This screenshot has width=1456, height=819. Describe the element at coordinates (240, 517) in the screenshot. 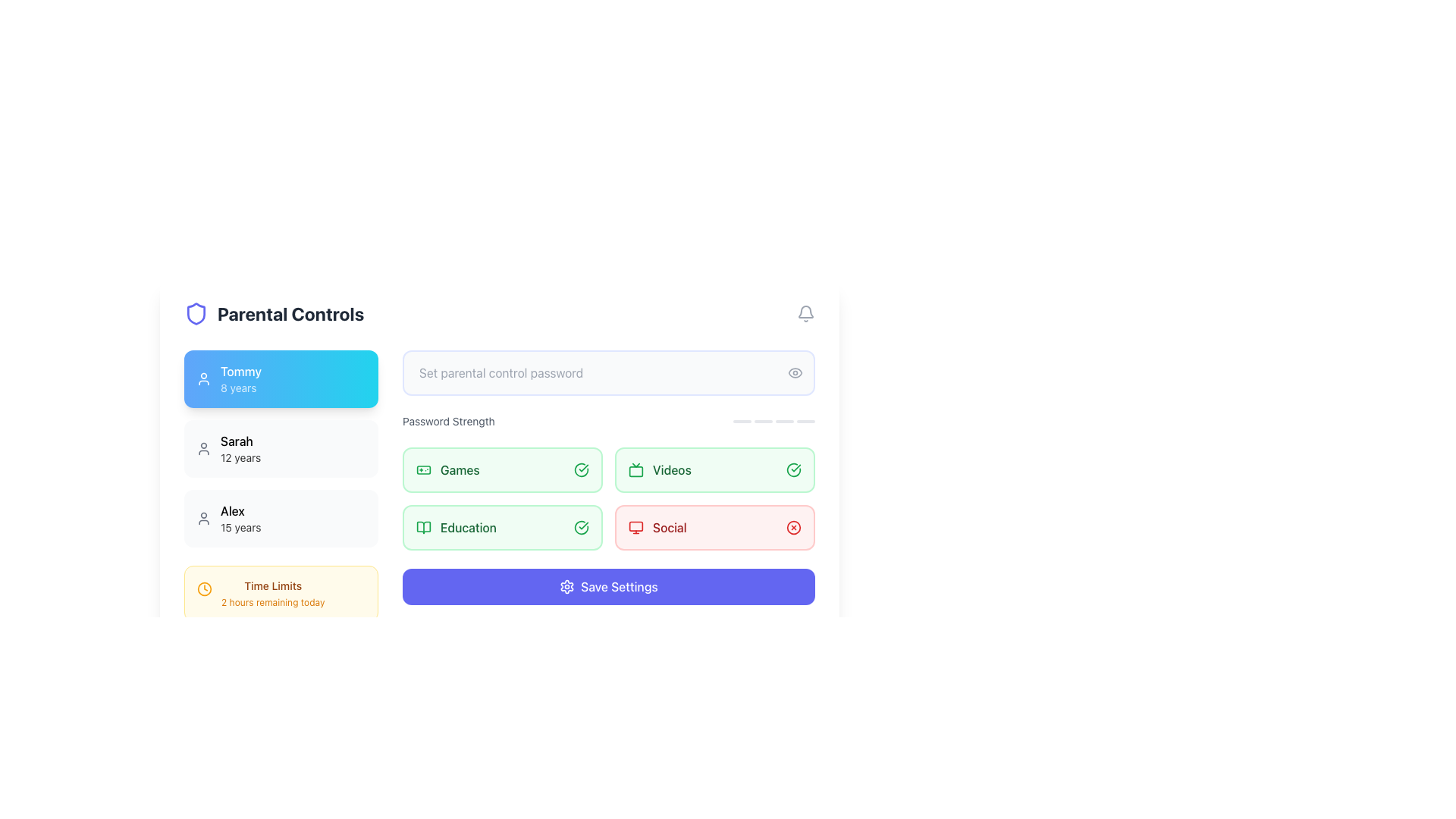

I see `the text display component showing 'Alex' and '15 years'` at that location.